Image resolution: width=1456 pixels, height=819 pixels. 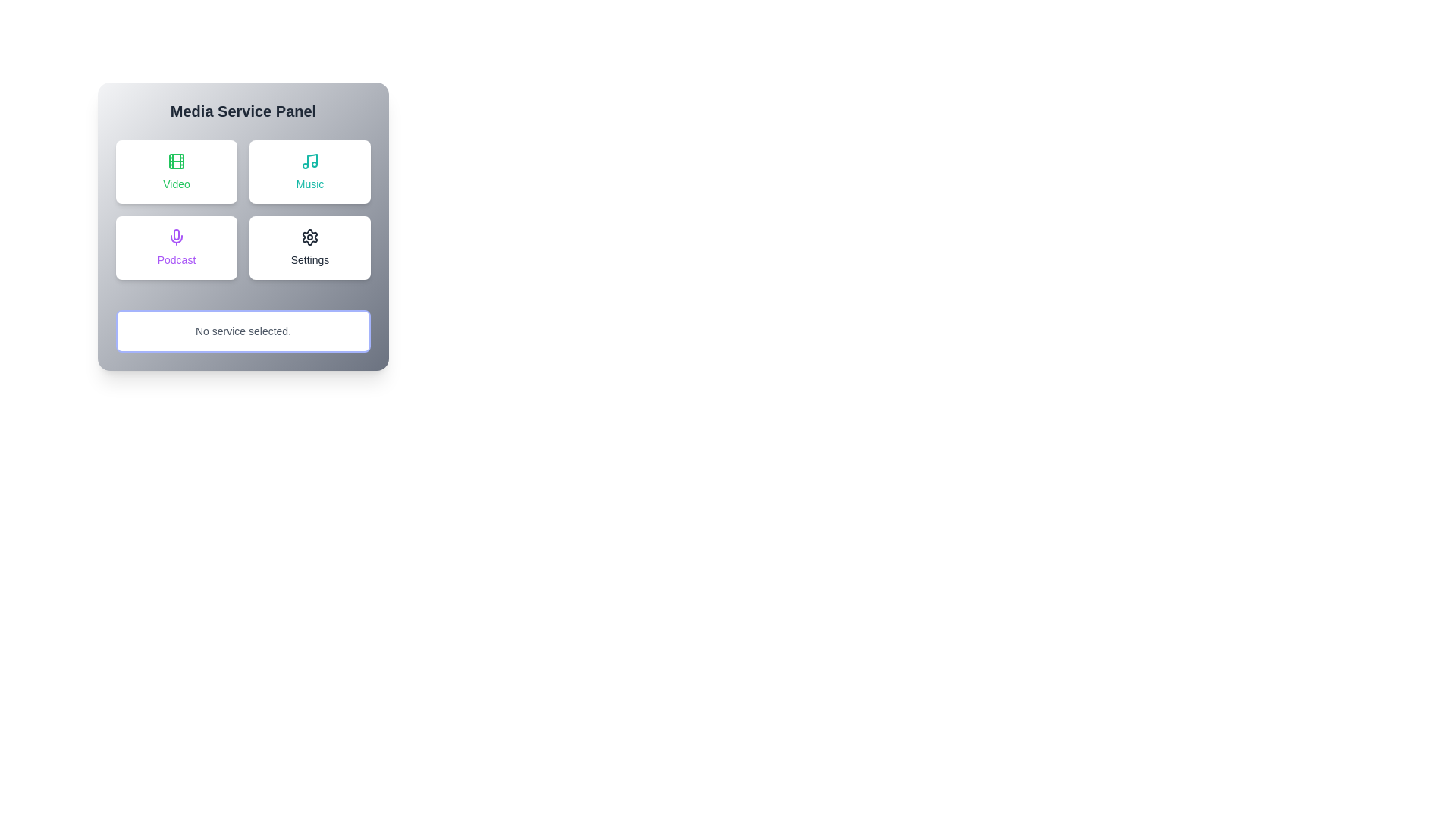 I want to click on the white rectangular button with rounded corners containing a teal music note icon and the text 'Music', located at the top-right corner of the 2x2 grid in the media service panel, so click(x=309, y=171).